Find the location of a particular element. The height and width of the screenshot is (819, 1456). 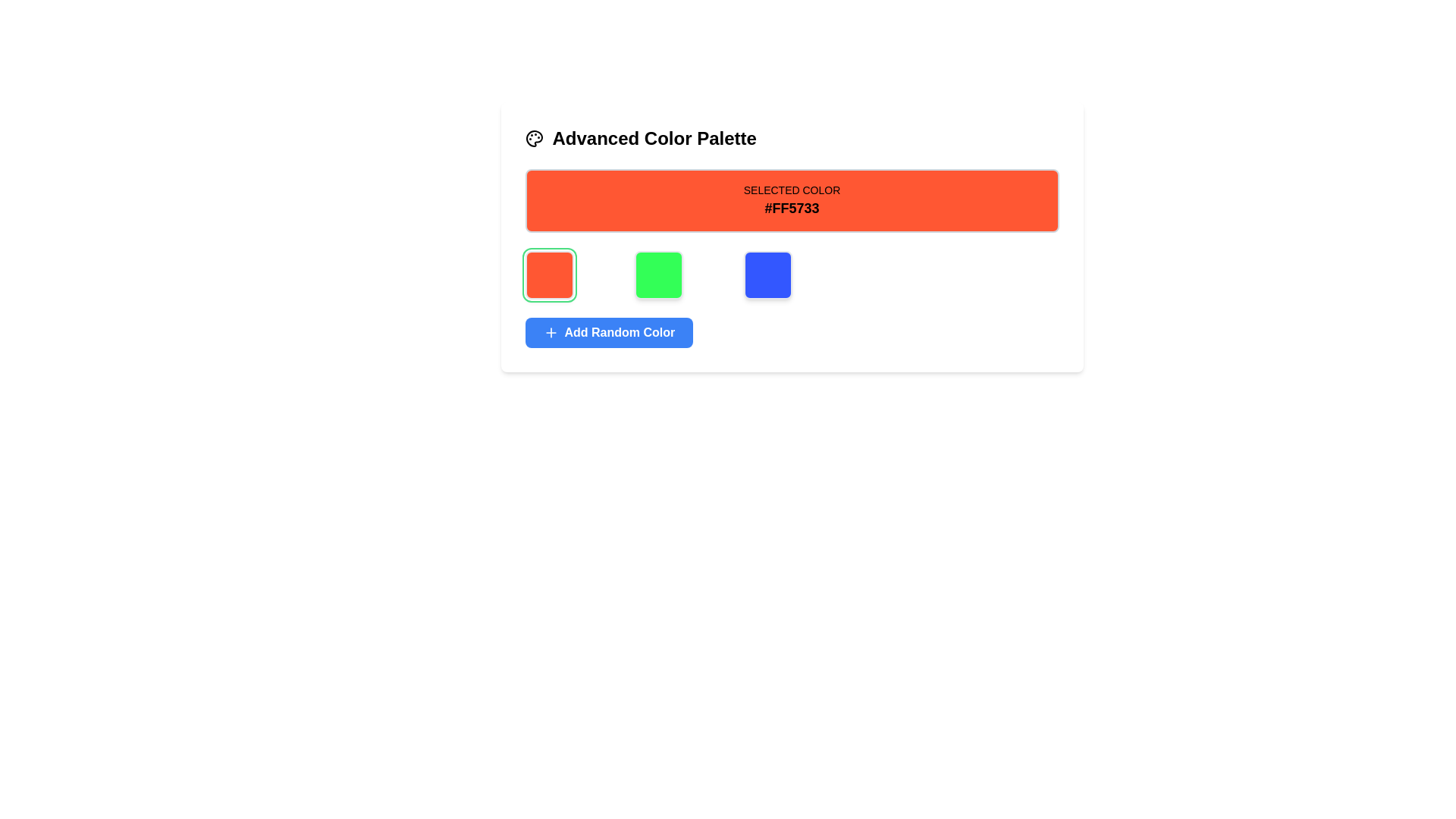

the plus sign icon located within the blue and white button labeled 'Add Random Color' is located at coordinates (550, 332).